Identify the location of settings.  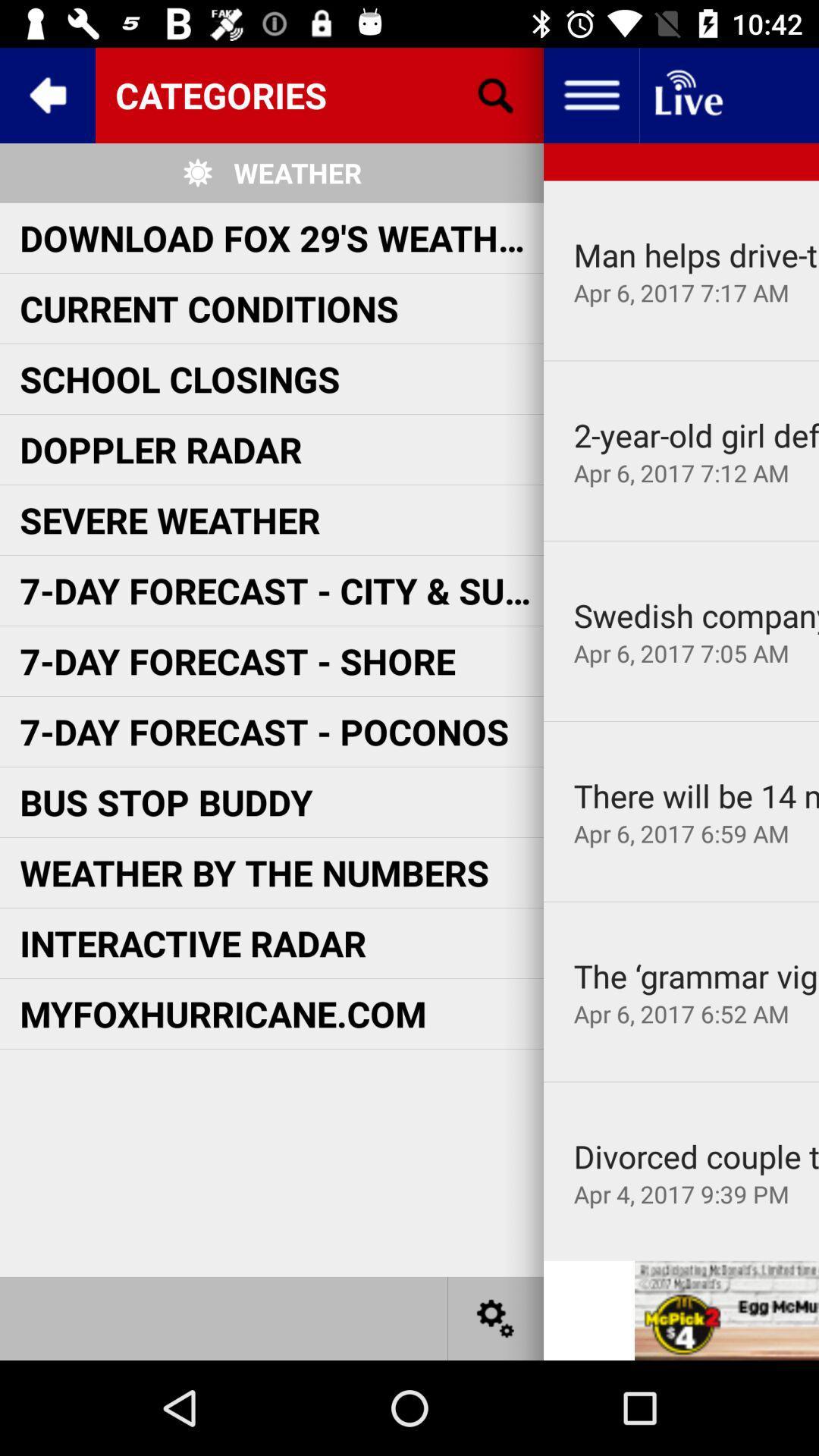
(496, 1317).